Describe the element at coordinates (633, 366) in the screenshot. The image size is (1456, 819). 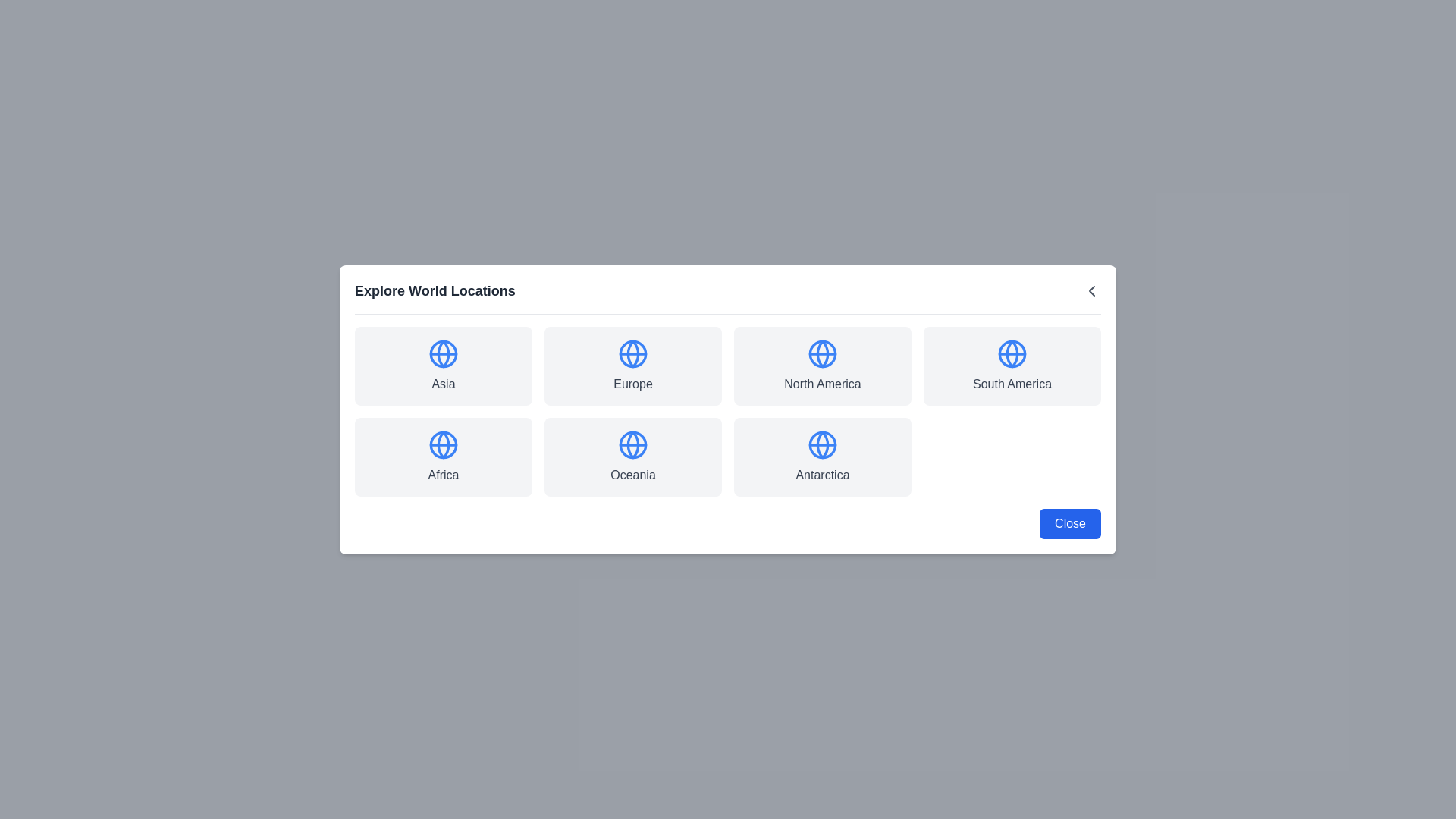
I see `the location Europe to select it` at that location.